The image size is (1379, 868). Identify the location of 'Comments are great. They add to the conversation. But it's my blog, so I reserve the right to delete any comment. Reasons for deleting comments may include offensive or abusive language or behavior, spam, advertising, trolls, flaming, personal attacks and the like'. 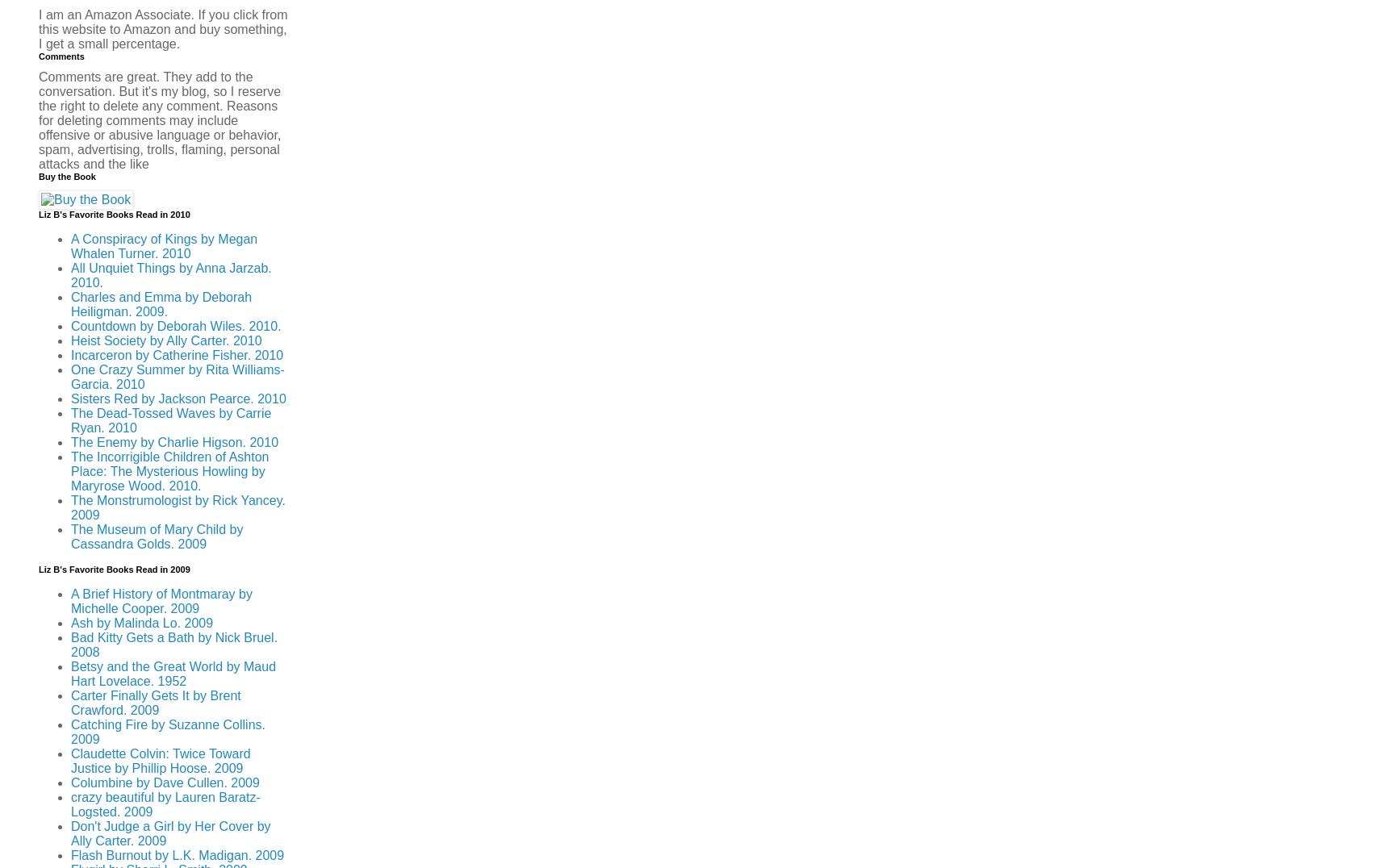
(159, 120).